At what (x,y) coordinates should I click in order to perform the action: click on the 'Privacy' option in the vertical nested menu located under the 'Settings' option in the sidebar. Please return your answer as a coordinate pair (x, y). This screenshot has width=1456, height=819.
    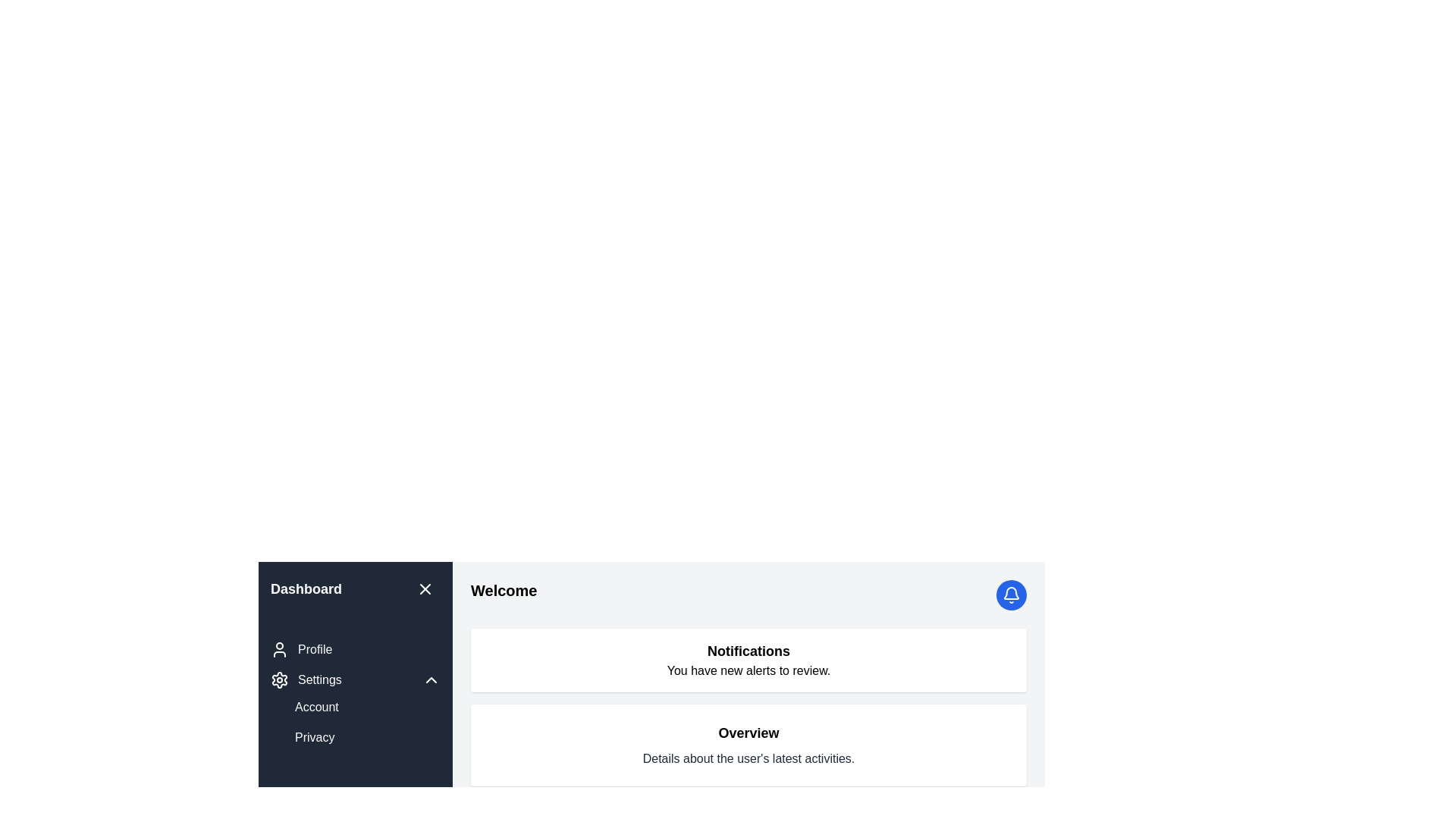
    Looking at the image, I should click on (367, 721).